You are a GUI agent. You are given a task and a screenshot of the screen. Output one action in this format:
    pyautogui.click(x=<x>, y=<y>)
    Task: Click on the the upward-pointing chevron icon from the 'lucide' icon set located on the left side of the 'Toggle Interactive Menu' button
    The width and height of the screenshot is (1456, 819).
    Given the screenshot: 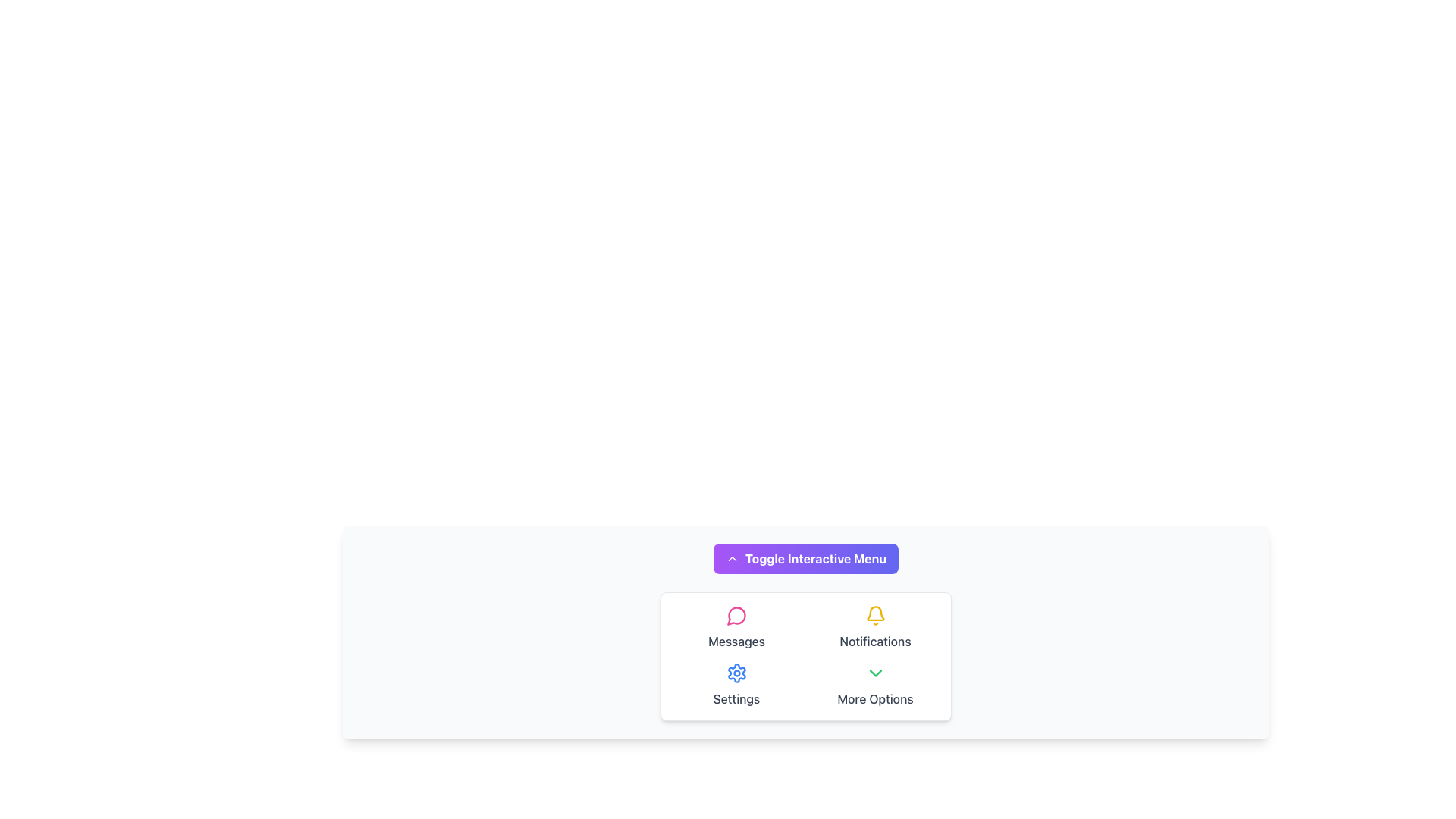 What is the action you would take?
    pyautogui.click(x=732, y=558)
    